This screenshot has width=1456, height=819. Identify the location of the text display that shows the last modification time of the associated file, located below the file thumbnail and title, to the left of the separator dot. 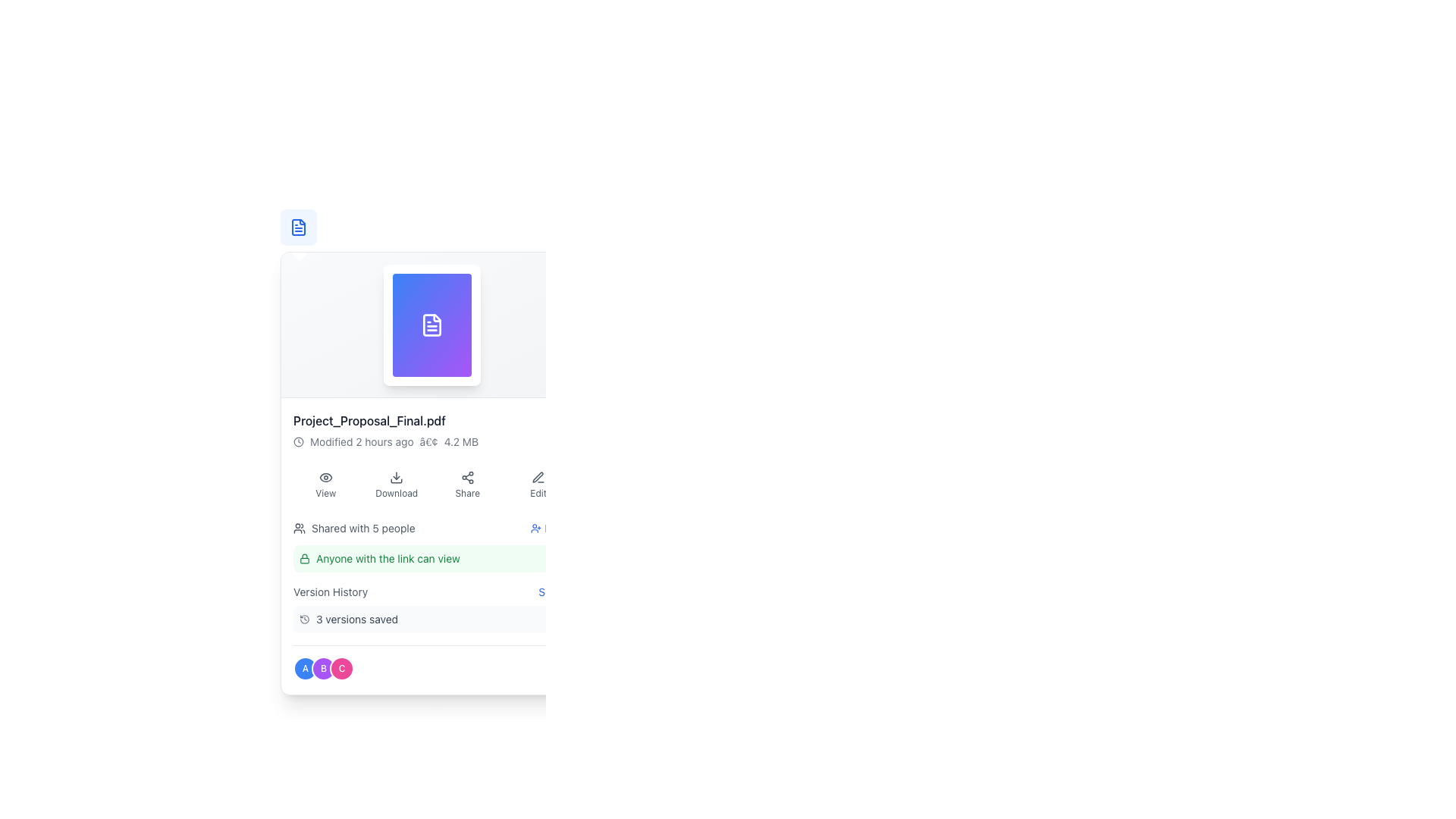
(361, 441).